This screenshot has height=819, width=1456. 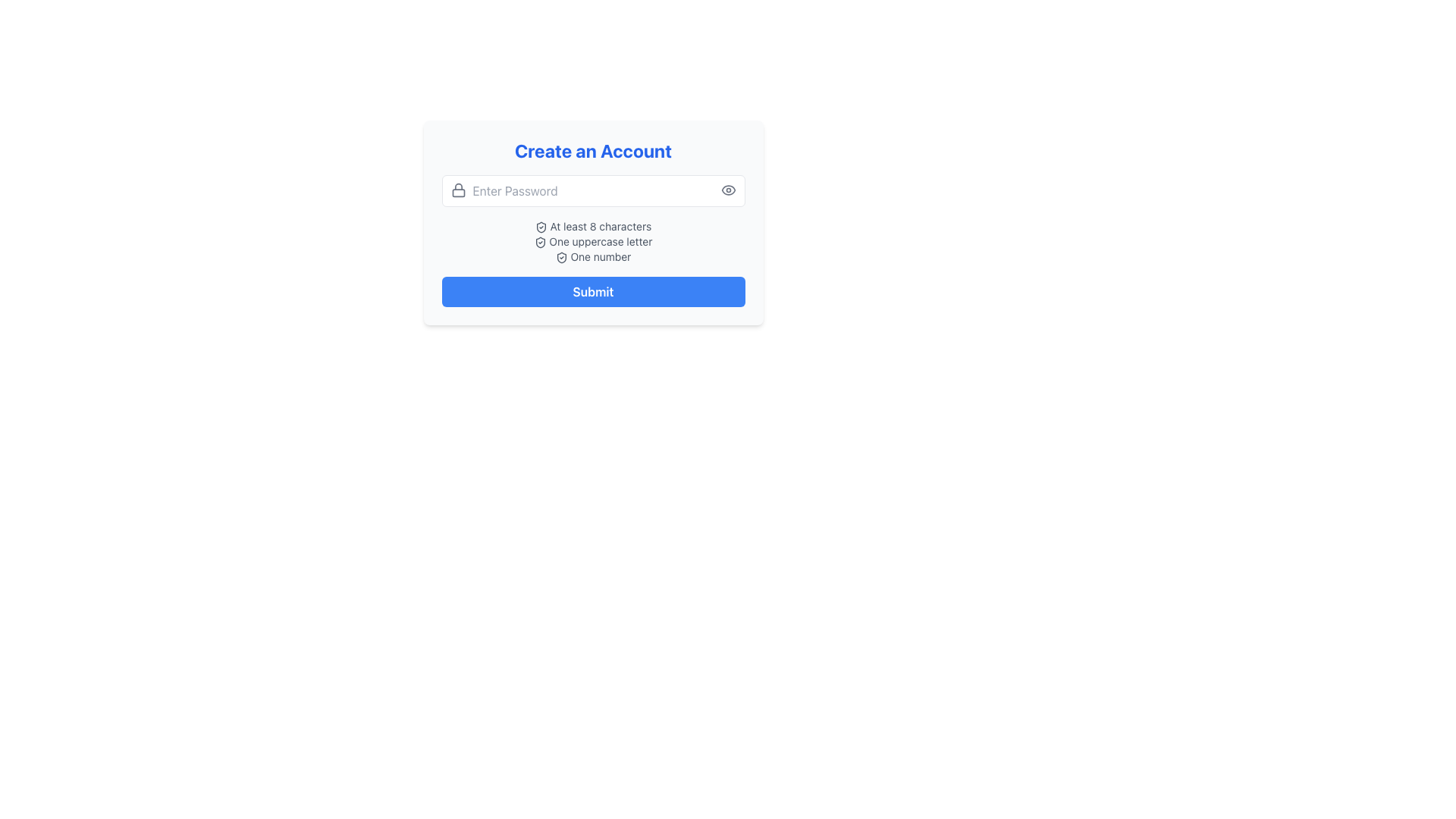 I want to click on the 'Submit' button with a vibrant blue background and white bold text to observe the color change effect, so click(x=592, y=292).